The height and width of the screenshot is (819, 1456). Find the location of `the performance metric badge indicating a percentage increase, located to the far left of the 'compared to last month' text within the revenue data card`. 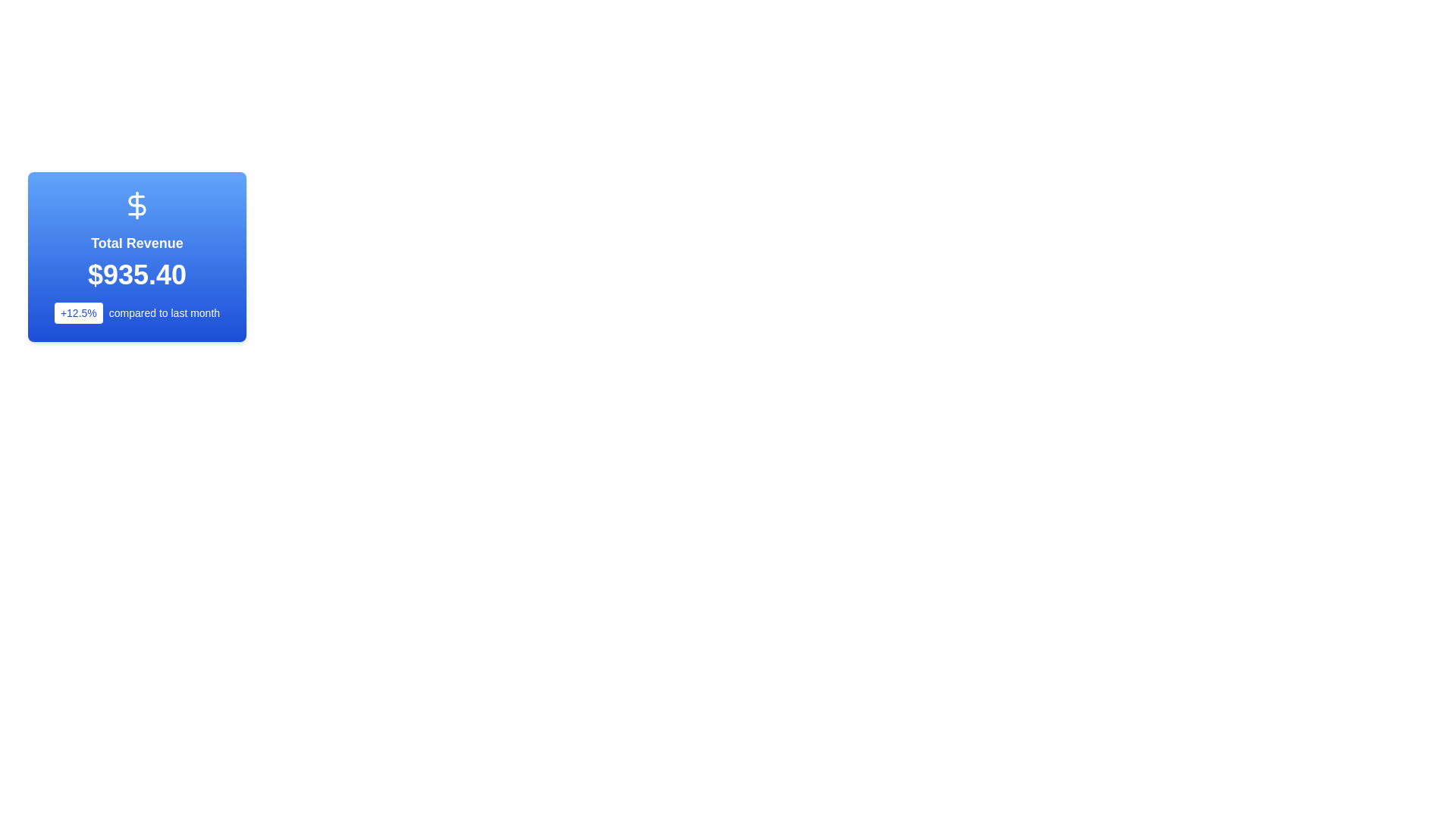

the performance metric badge indicating a percentage increase, located to the far left of the 'compared to last month' text within the revenue data card is located at coordinates (77, 312).